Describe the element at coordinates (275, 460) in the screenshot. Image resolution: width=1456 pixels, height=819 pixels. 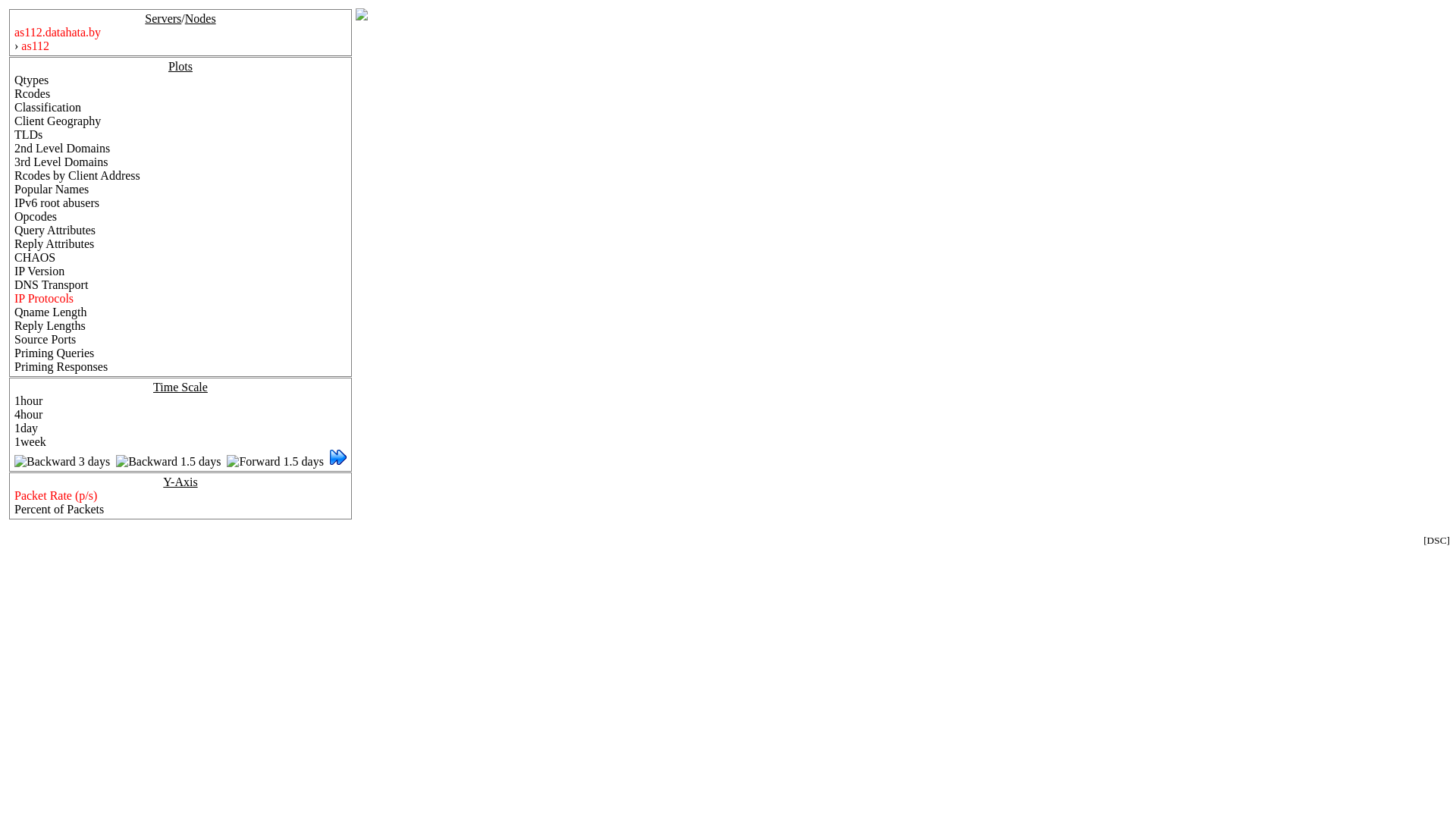
I see `'Forward 1.5 days'` at that location.